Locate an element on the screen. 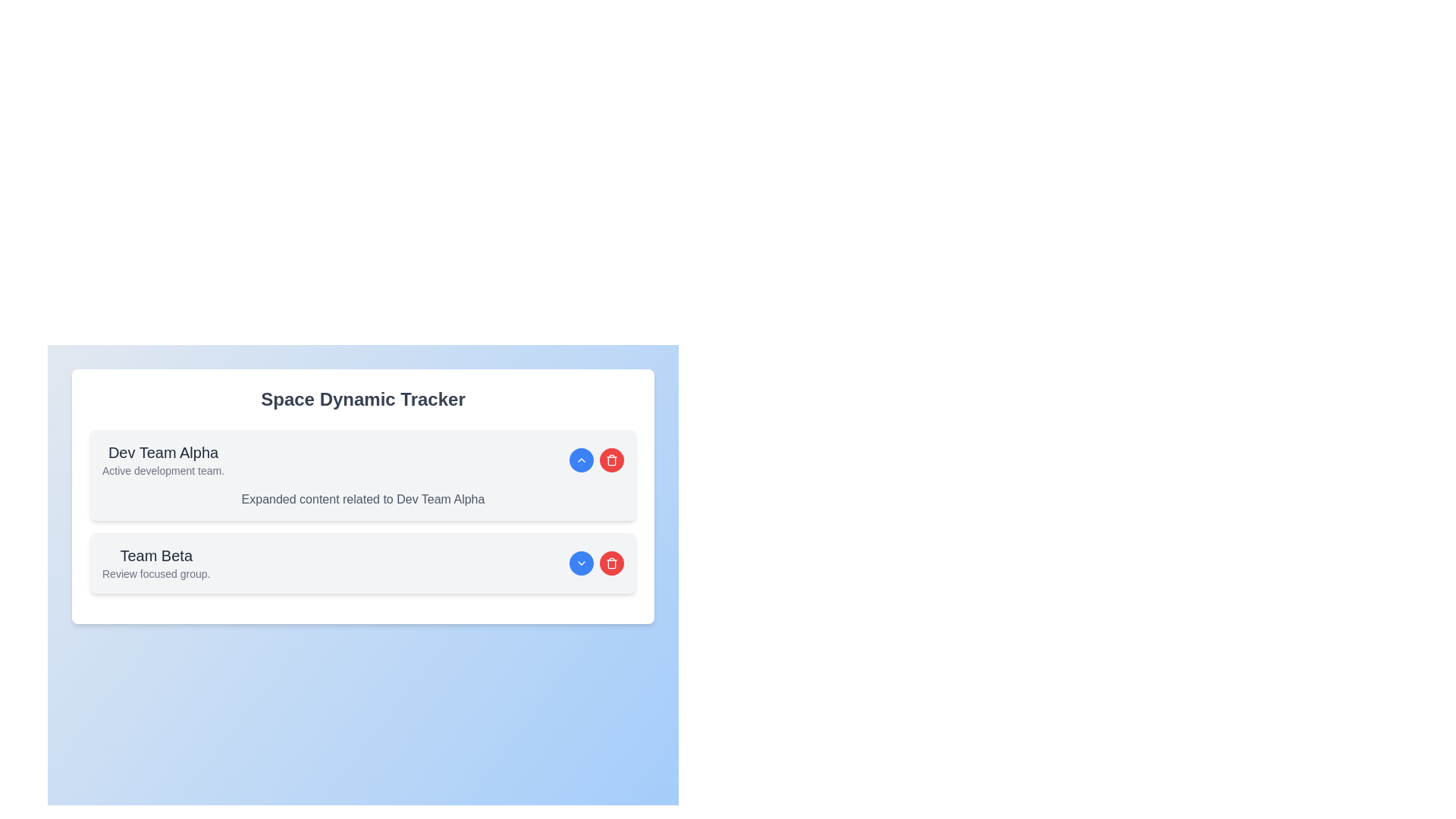 Image resolution: width=1456 pixels, height=819 pixels. the trash icon located at the top right corner inside the card representing 'Dev Team Alpha' is located at coordinates (611, 459).